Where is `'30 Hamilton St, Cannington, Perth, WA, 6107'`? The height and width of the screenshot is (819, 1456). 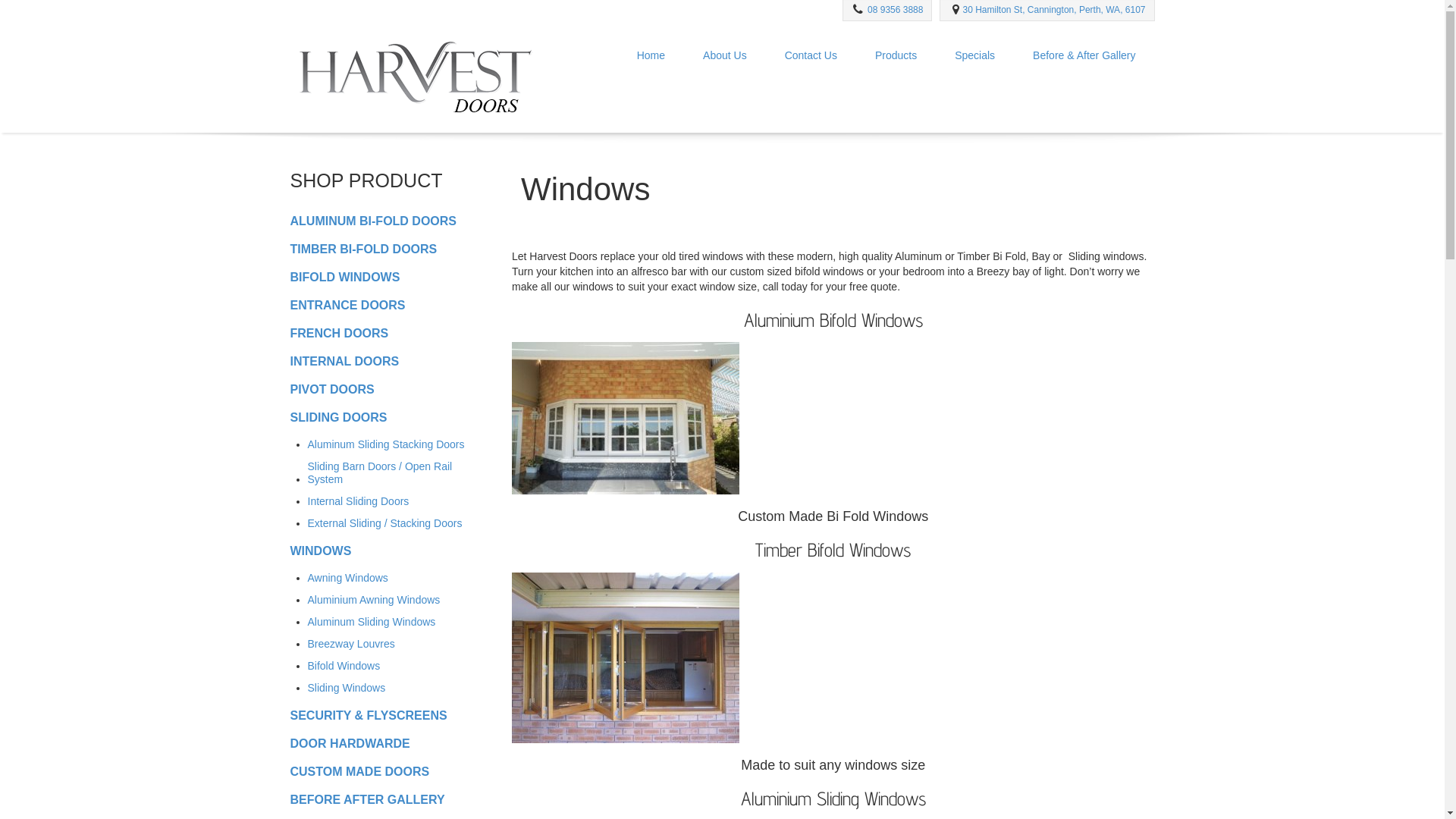
'30 Hamilton St, Cannington, Perth, WA, 6107' is located at coordinates (1053, 9).